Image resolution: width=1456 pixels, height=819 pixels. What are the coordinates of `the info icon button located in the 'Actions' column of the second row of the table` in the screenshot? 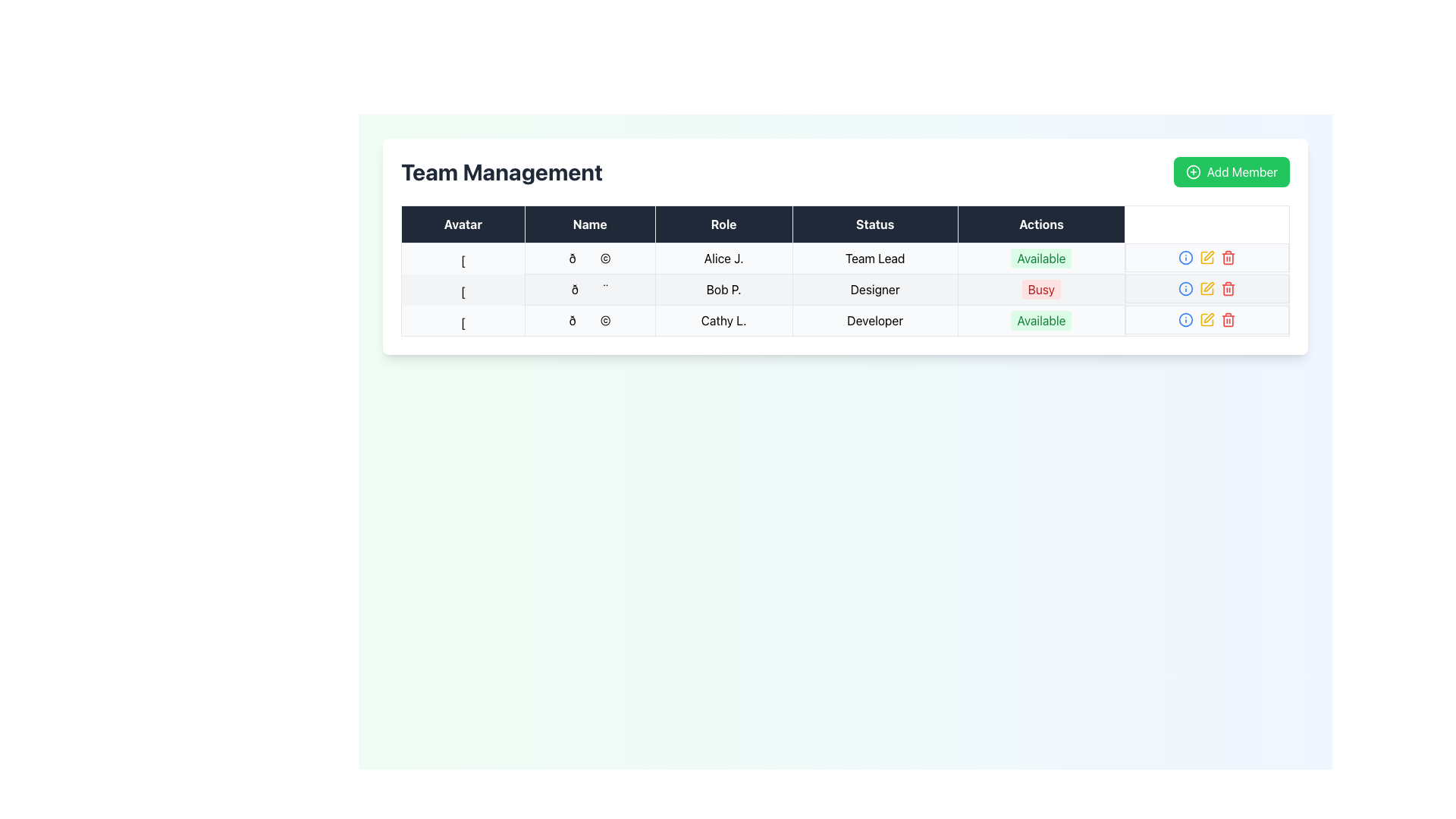 It's located at (1185, 256).